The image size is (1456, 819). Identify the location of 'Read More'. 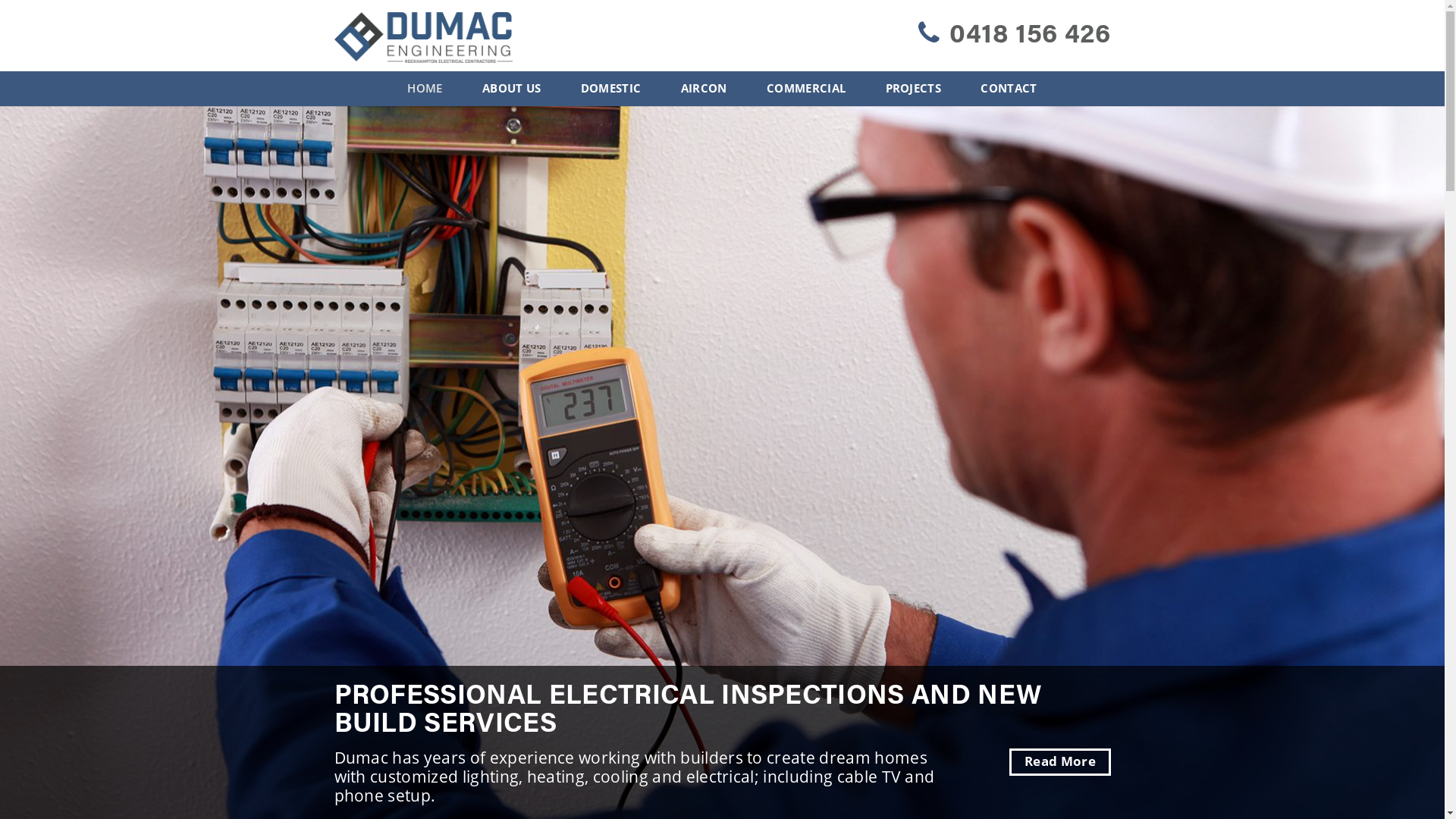
(1059, 762).